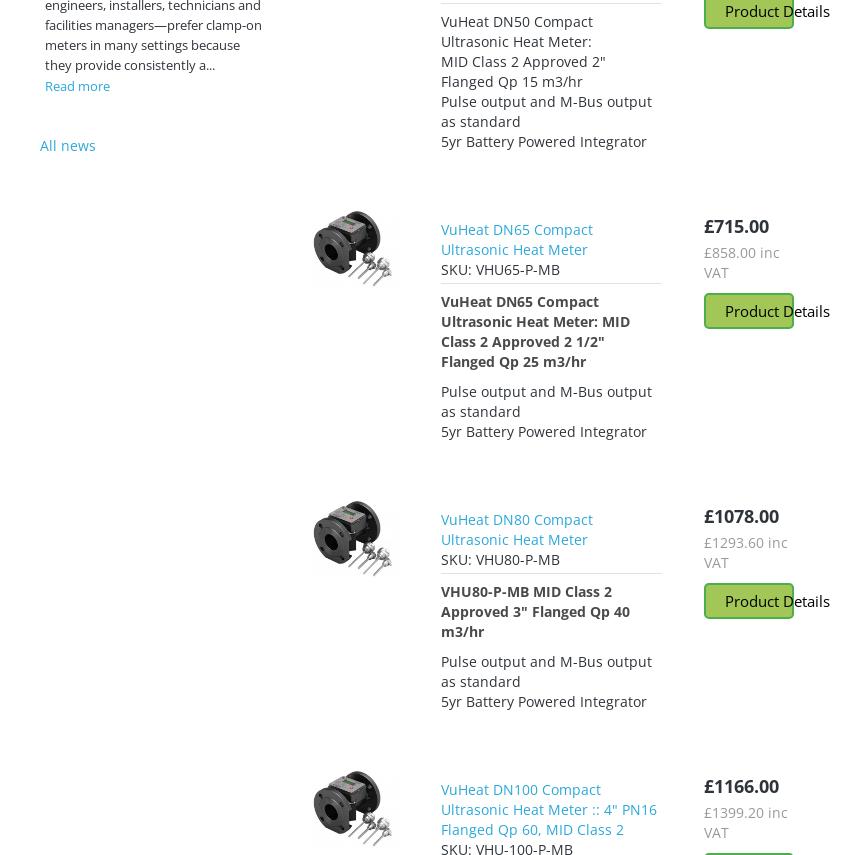 The width and height of the screenshot is (851, 855). Describe the element at coordinates (741, 261) in the screenshot. I see `'£858.00 inc VAT'` at that location.